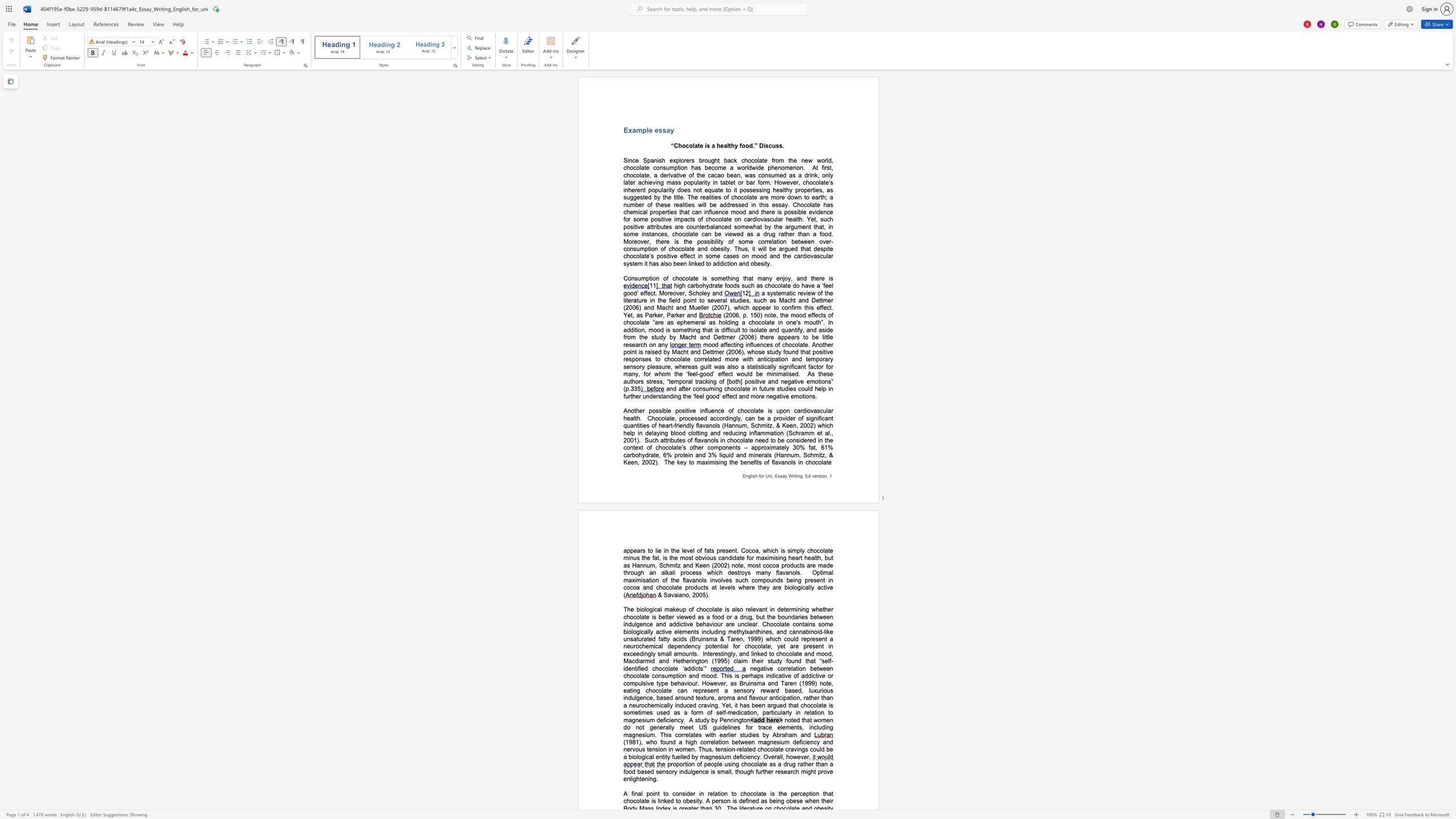  Describe the element at coordinates (674, 418) in the screenshot. I see `the subset text ", processed accordingly, can be a provider of significant quan" within the text "Chocolate, processed accordingly, can be a provider of significant quantities of heart-friendly flavanols (Hannum, Schmitz, & Keen, 2002) which help in delaying blood clotting and reducing inflammation (Schramm et al., 2001)"` at that location.